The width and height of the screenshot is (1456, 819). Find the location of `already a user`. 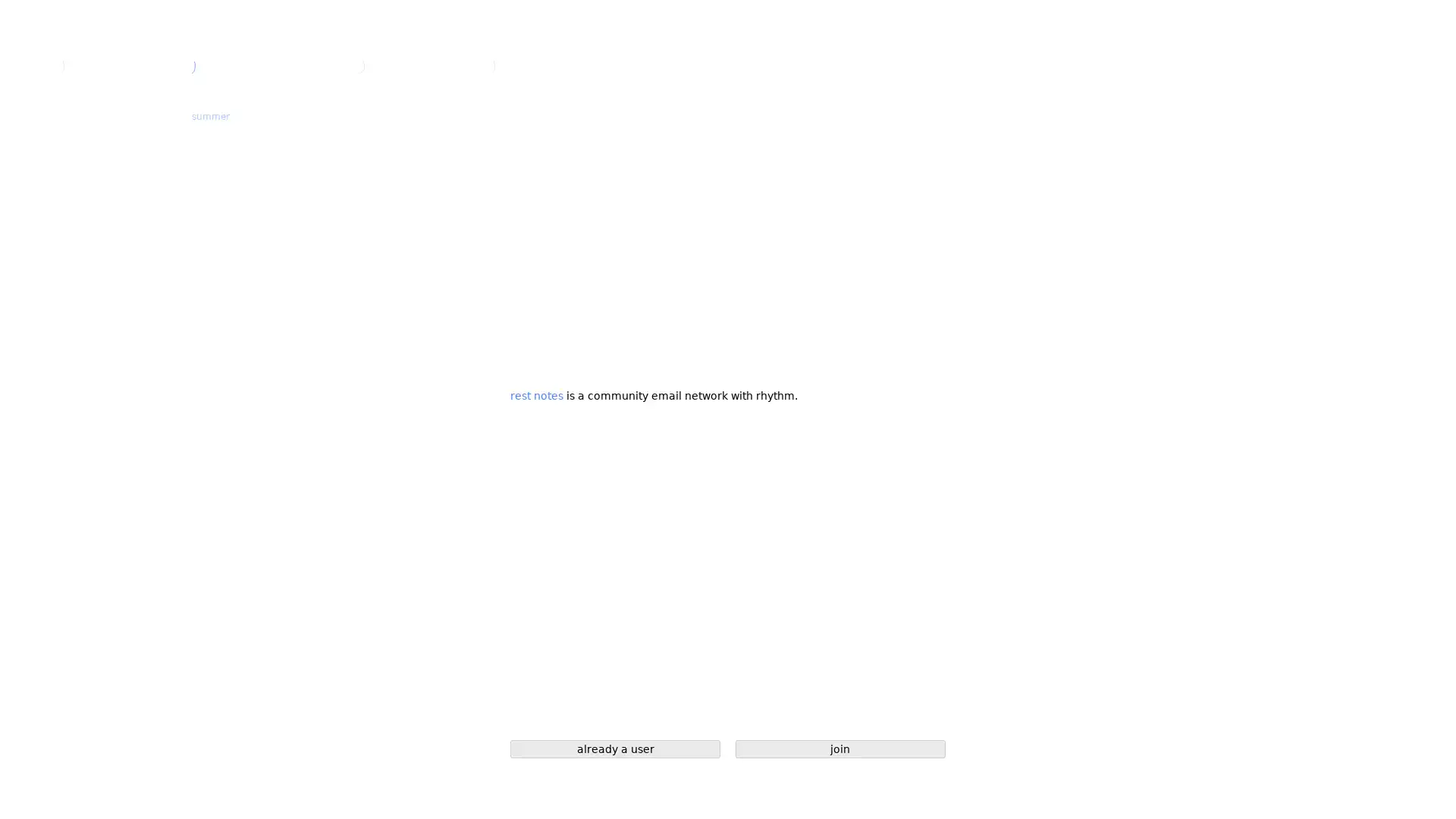

already a user is located at coordinates (615, 748).